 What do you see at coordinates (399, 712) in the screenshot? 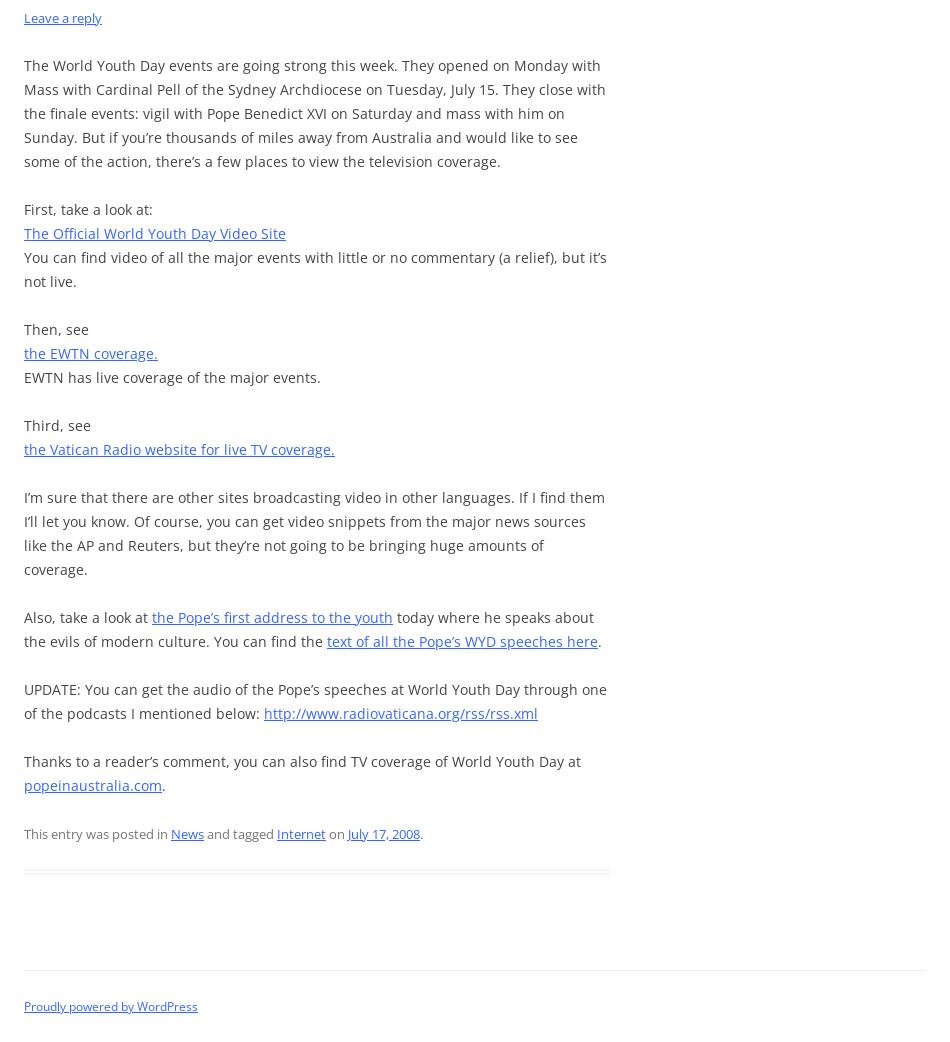
I see `'http://www.radiovaticana.org/rss/rss.xml'` at bounding box center [399, 712].